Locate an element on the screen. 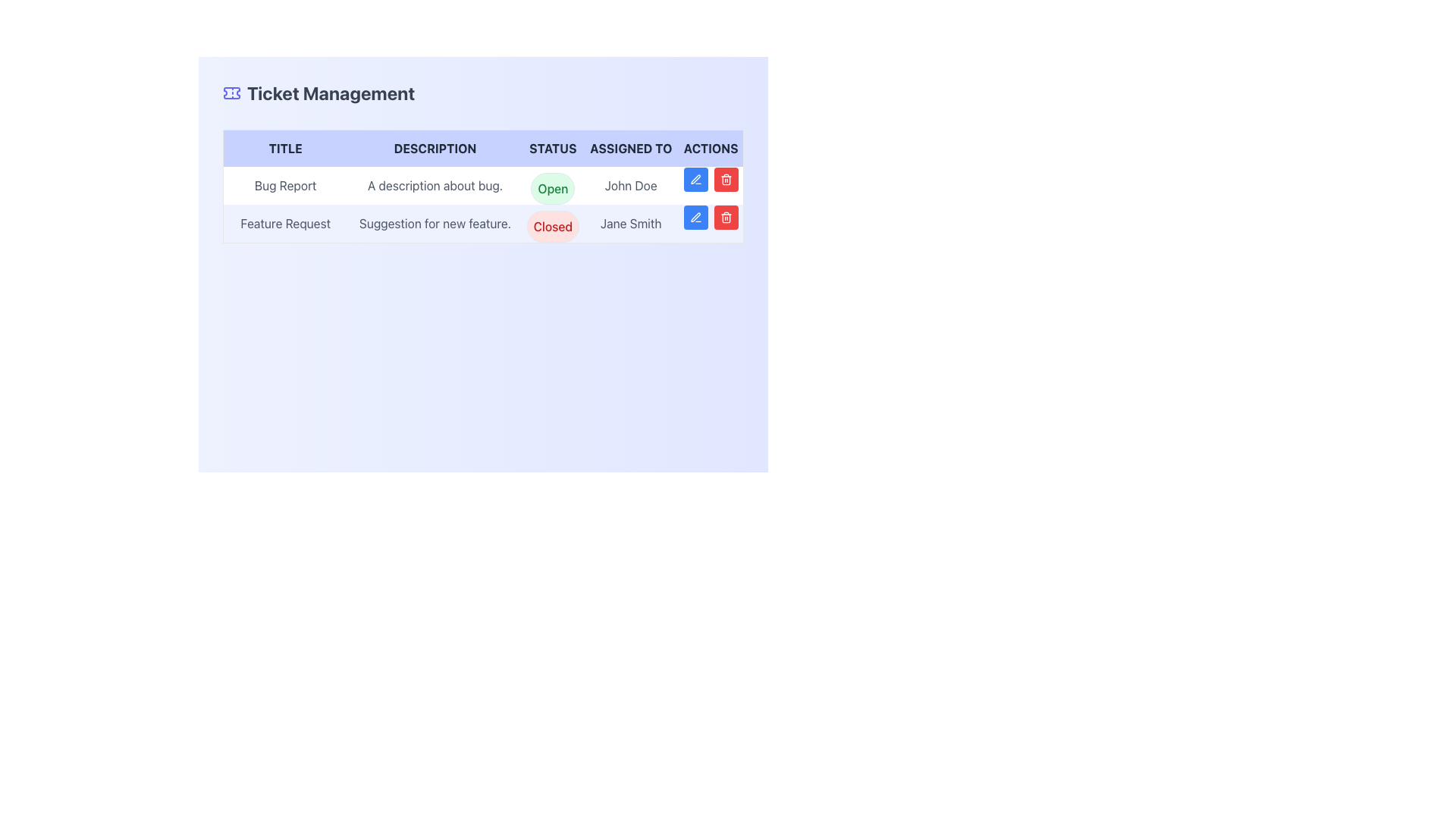 This screenshot has height=819, width=1456. the text label that serves as the title for a ticket entry in the ticket management interface, located at the top-left corner of the table is located at coordinates (285, 184).